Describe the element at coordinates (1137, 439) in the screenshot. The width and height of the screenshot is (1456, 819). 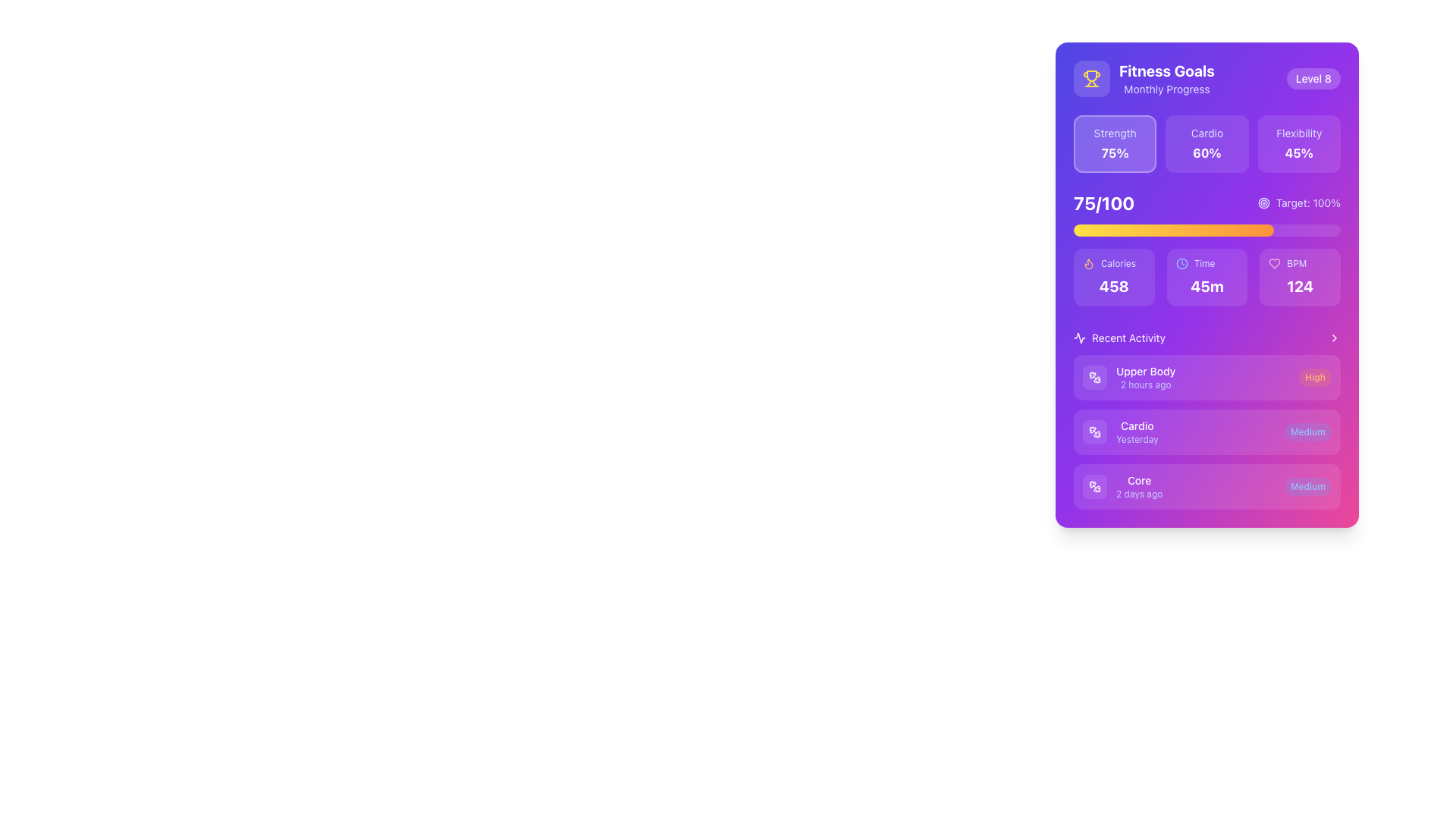
I see `text content of the 'Yesterday' label located in the second entry of the 'Recent Activity' section under 'Cardio'` at that location.